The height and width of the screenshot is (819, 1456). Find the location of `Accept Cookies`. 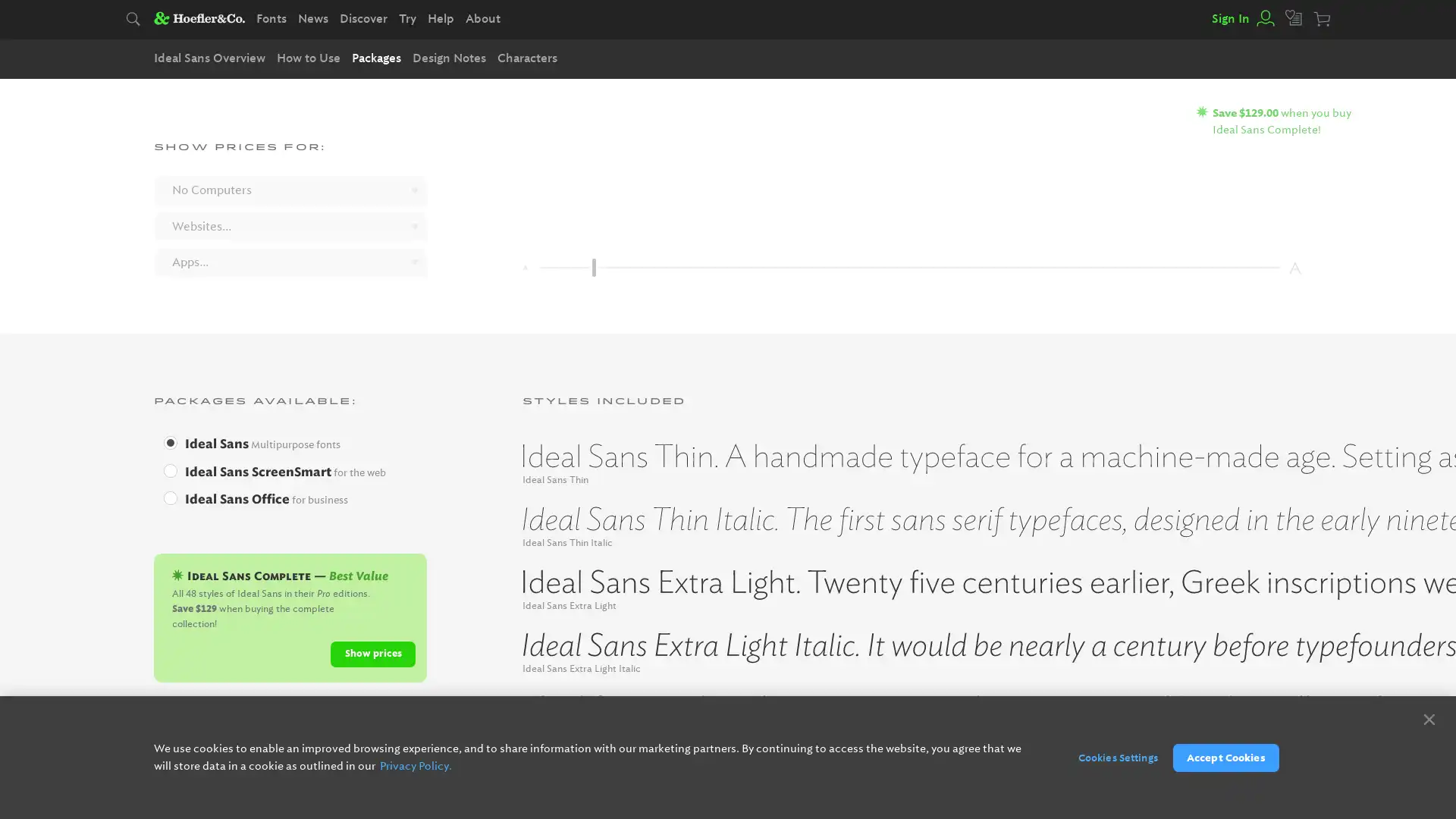

Accept Cookies is located at coordinates (1225, 757).